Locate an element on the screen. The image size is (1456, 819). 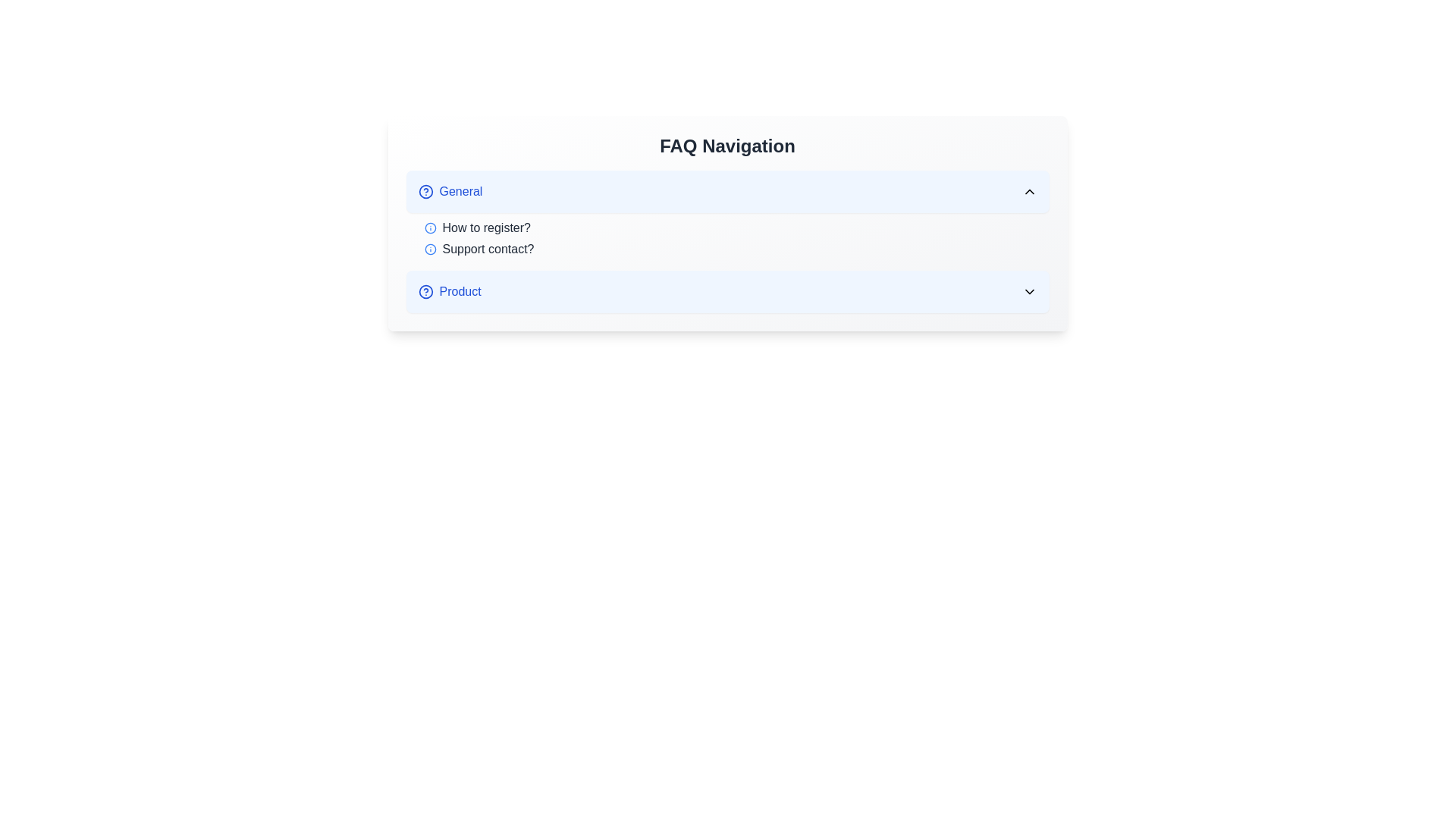
the SVG Circle that represents the 'General' section of the FAQ navigation, which is the outermost circle in the icon for 'General' is located at coordinates (425, 191).